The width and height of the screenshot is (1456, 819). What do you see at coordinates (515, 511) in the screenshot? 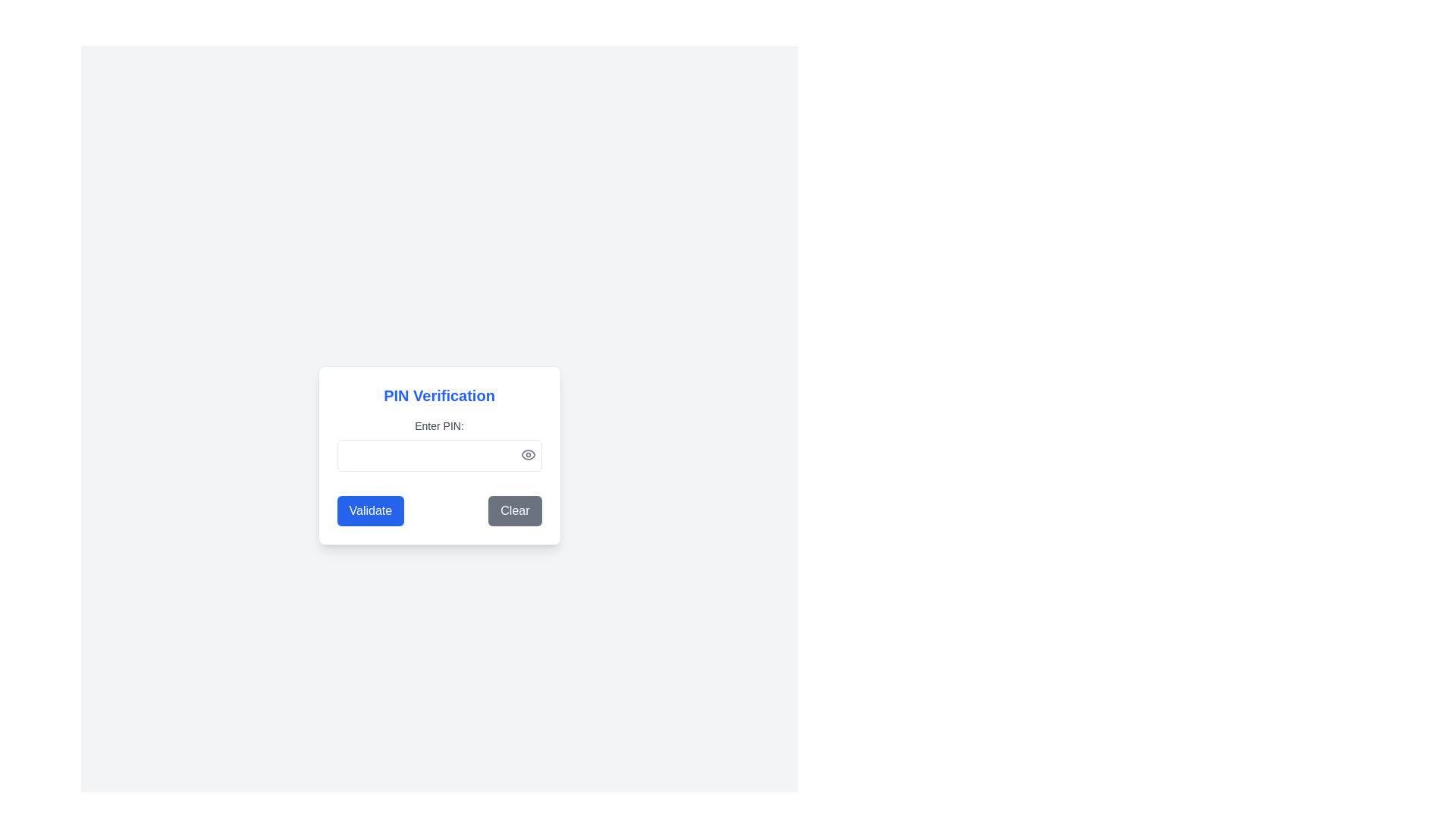
I see `the 'Clear' button, which is a rectangular button with white text on a medium gray background, located to the right of the 'Validate' button in the PIN verification modal` at bounding box center [515, 511].